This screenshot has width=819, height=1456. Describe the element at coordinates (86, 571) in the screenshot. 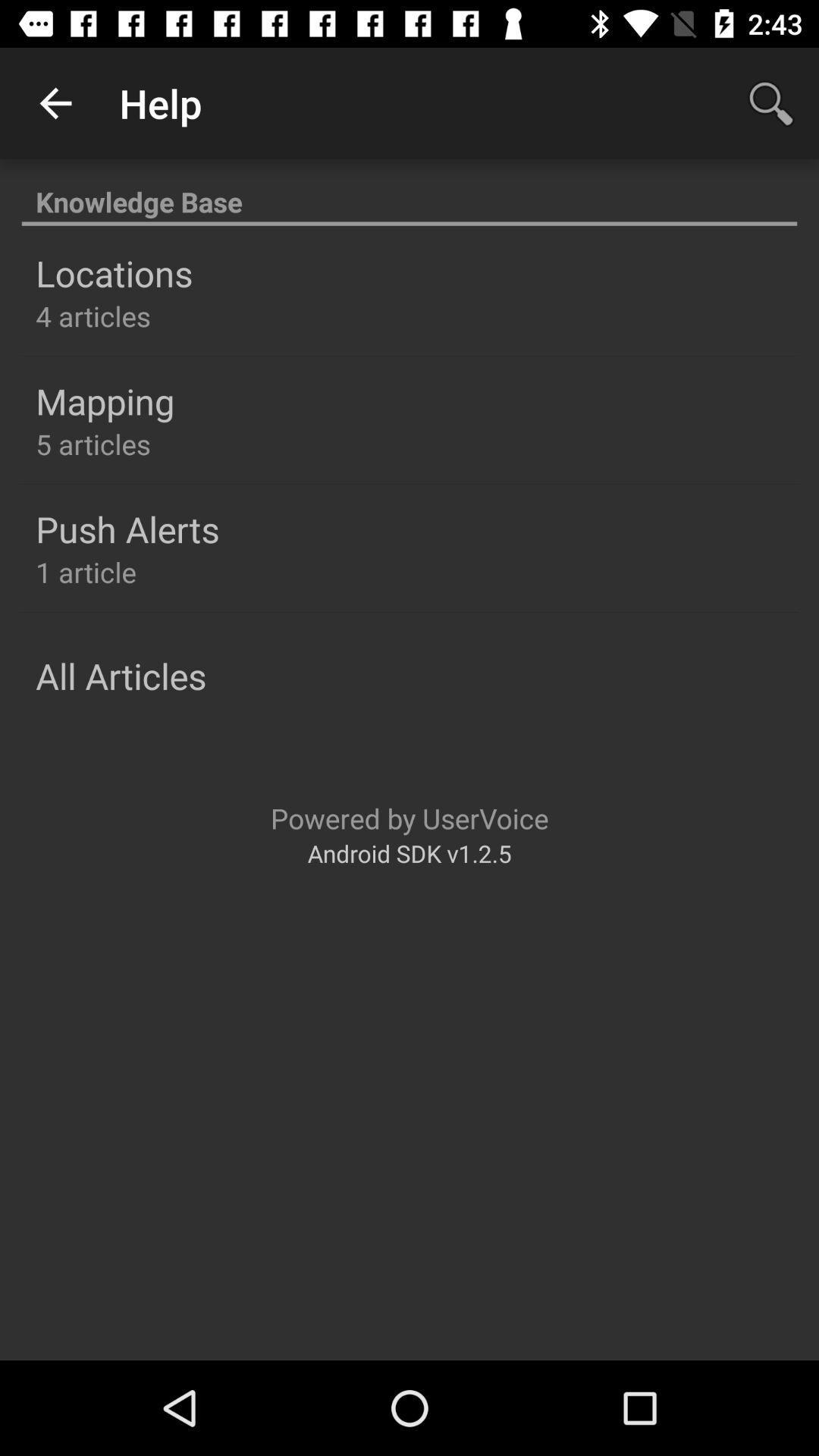

I see `the 1 article icon` at that location.